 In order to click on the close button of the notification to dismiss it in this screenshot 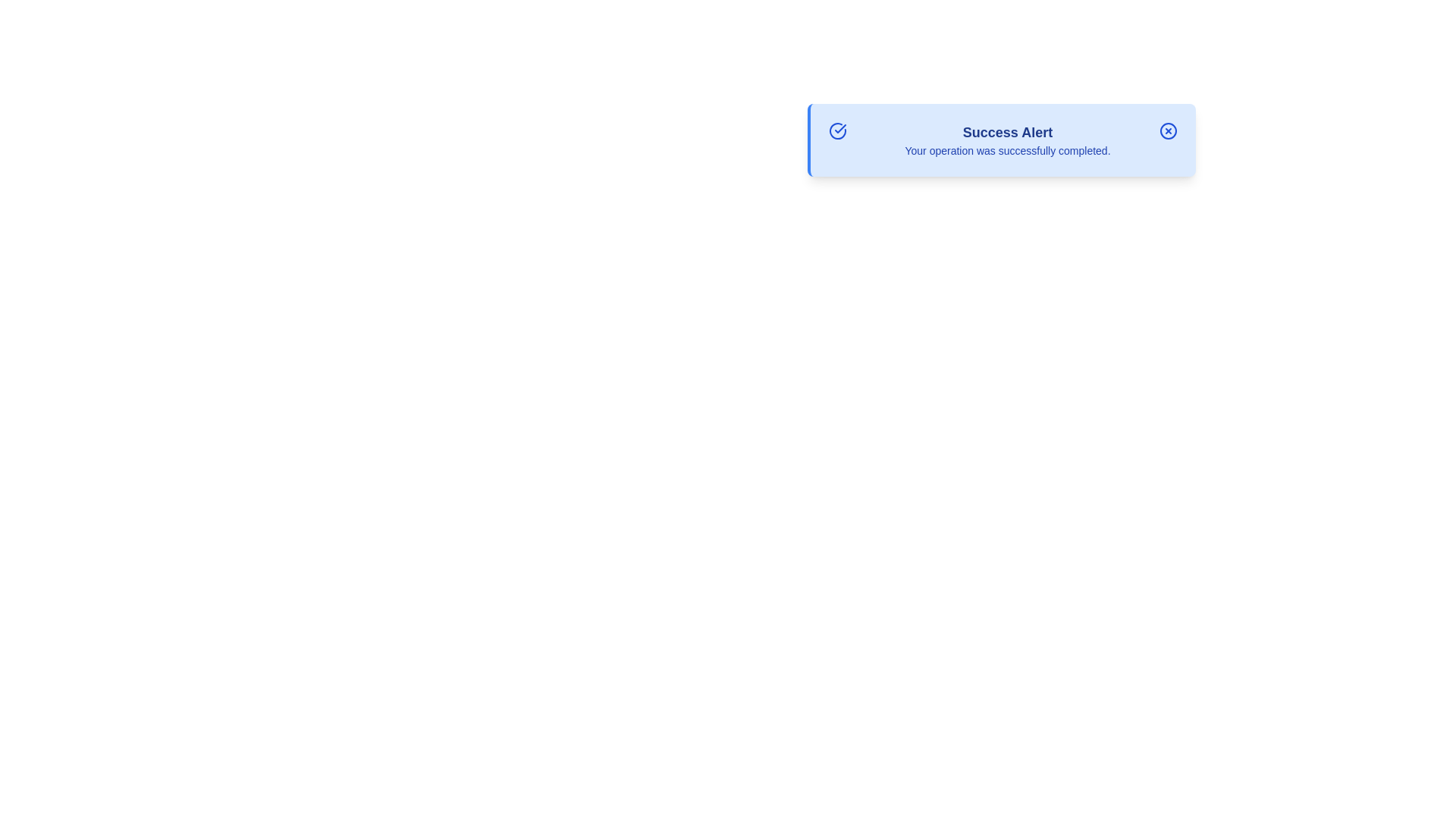, I will do `click(1167, 130)`.